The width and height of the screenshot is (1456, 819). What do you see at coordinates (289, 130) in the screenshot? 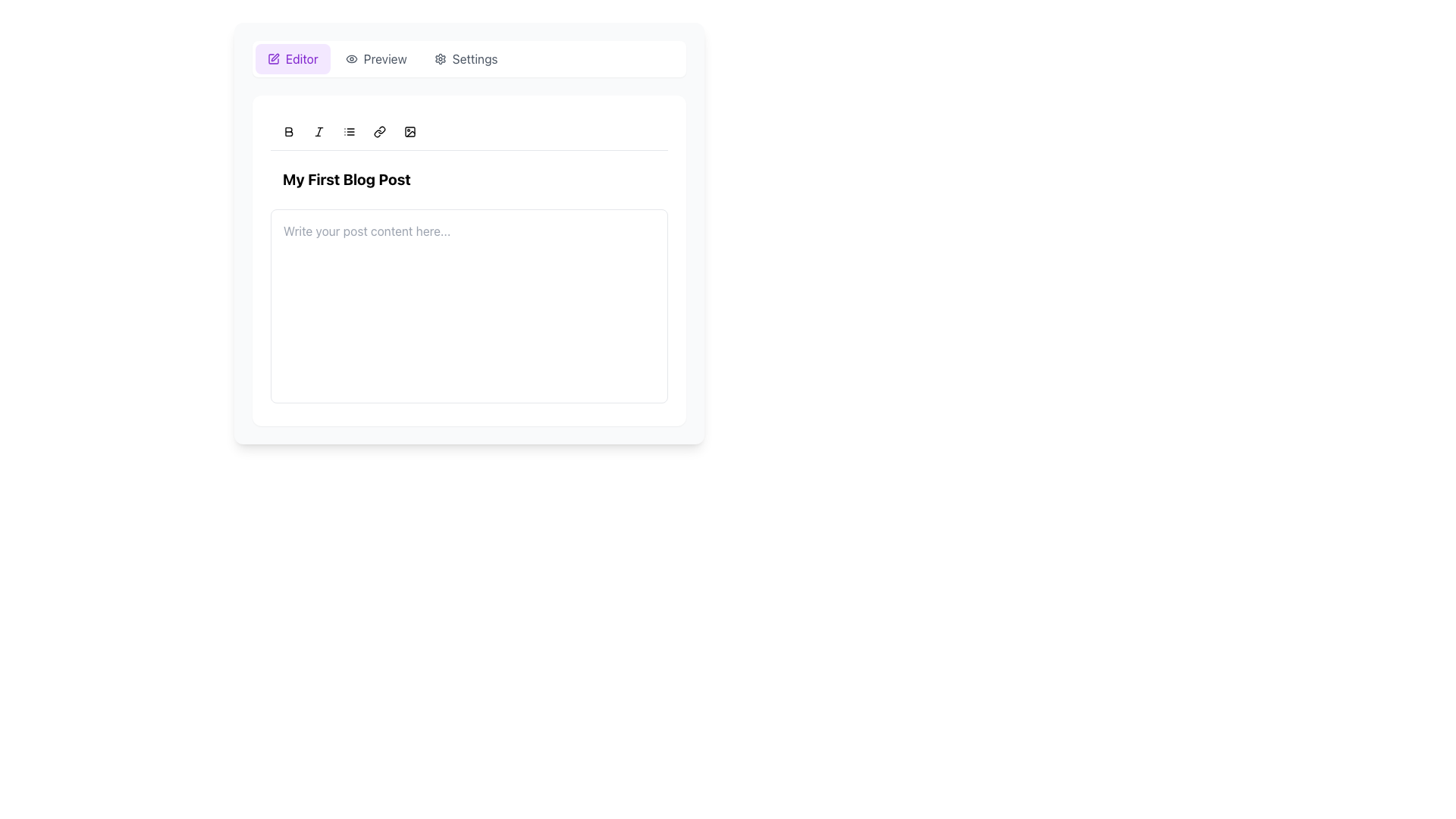
I see `the leftmost icon button in the formatting toolbar` at bounding box center [289, 130].